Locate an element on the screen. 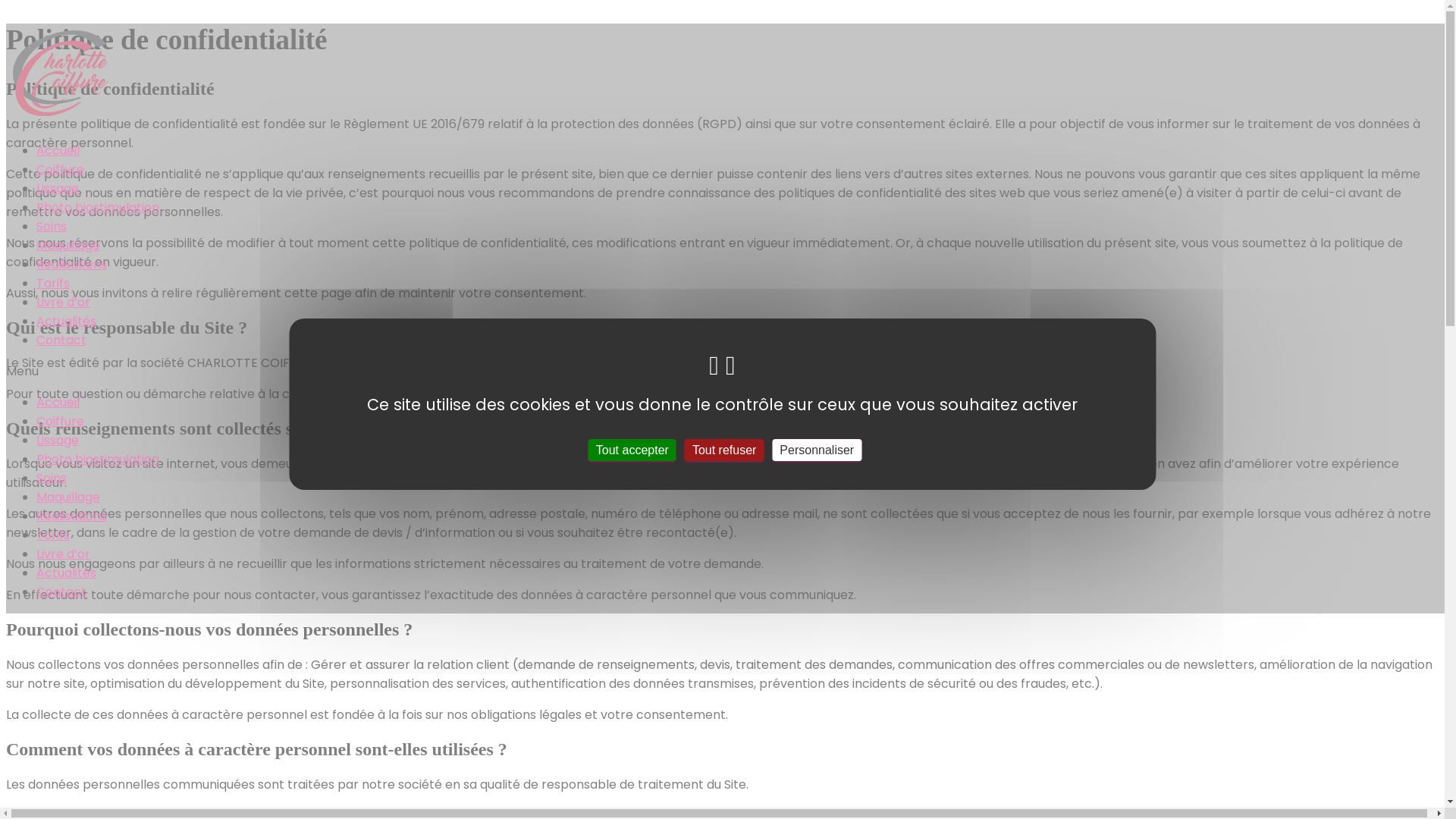 This screenshot has height=819, width=1456. 'Tout accepter' is located at coordinates (632, 448).